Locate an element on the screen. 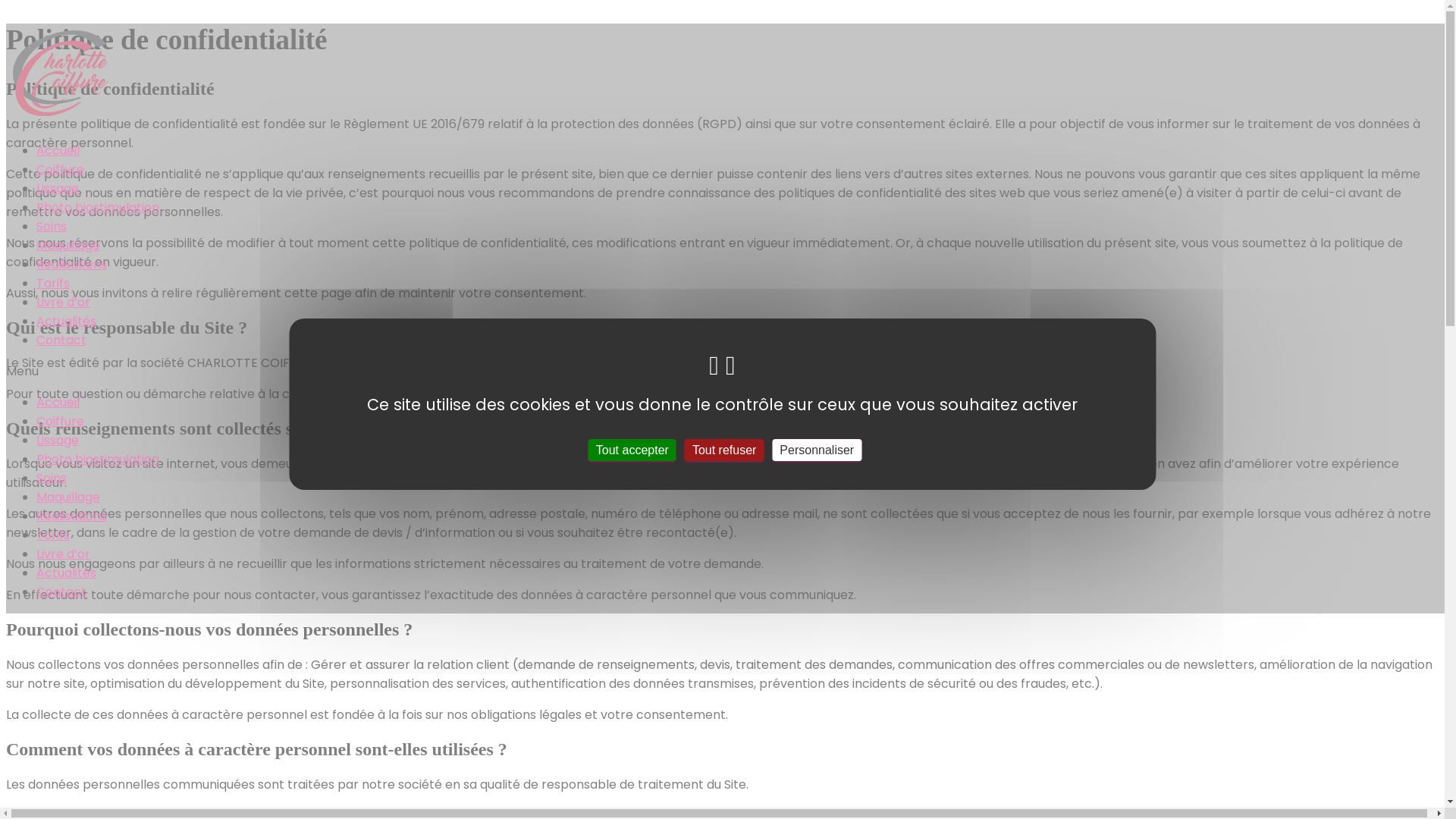 This screenshot has height=819, width=1456. 'Tout accepter' is located at coordinates (632, 448).